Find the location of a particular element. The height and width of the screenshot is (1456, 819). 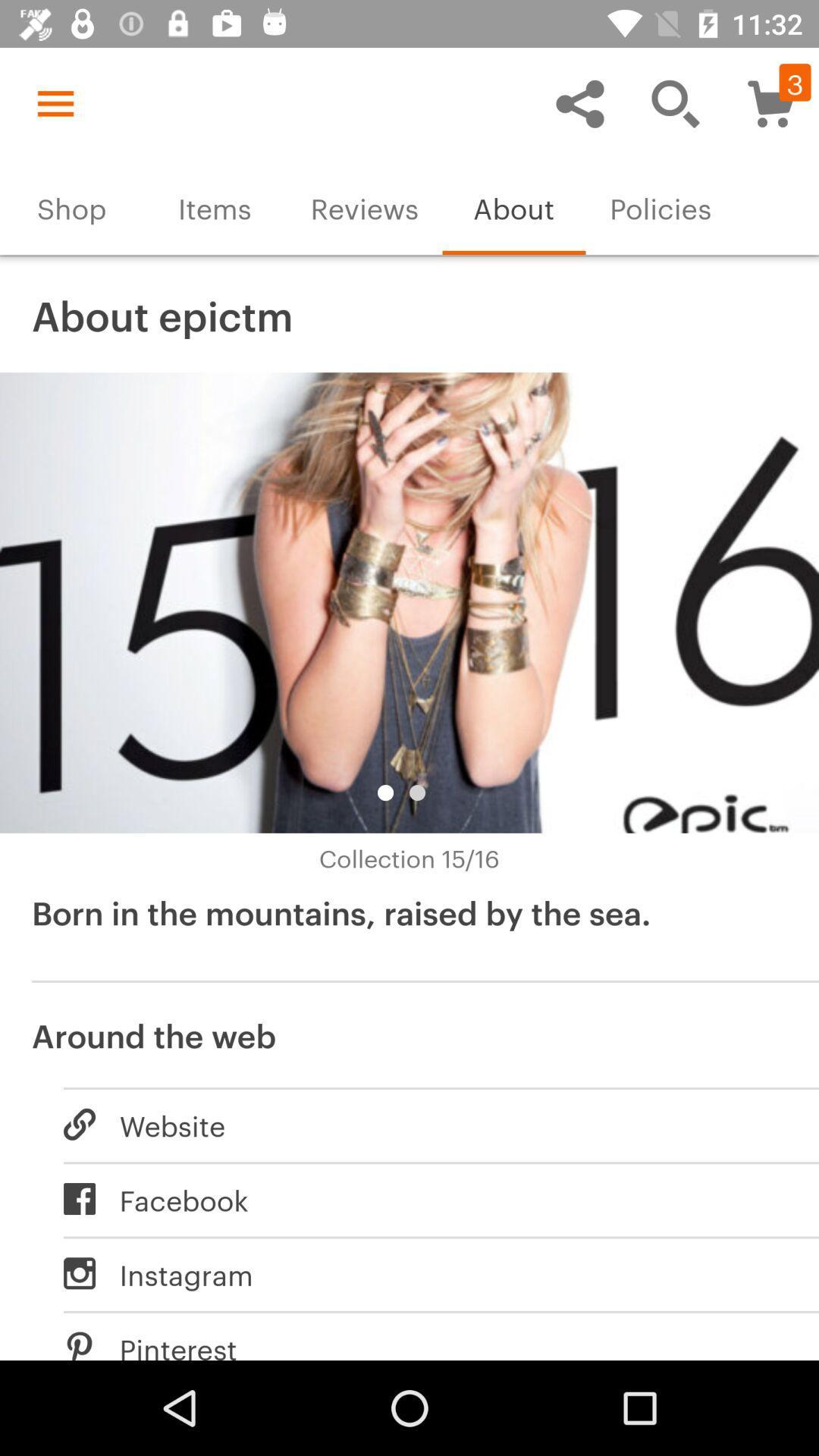

the icon above around the web icon is located at coordinates (409, 930).